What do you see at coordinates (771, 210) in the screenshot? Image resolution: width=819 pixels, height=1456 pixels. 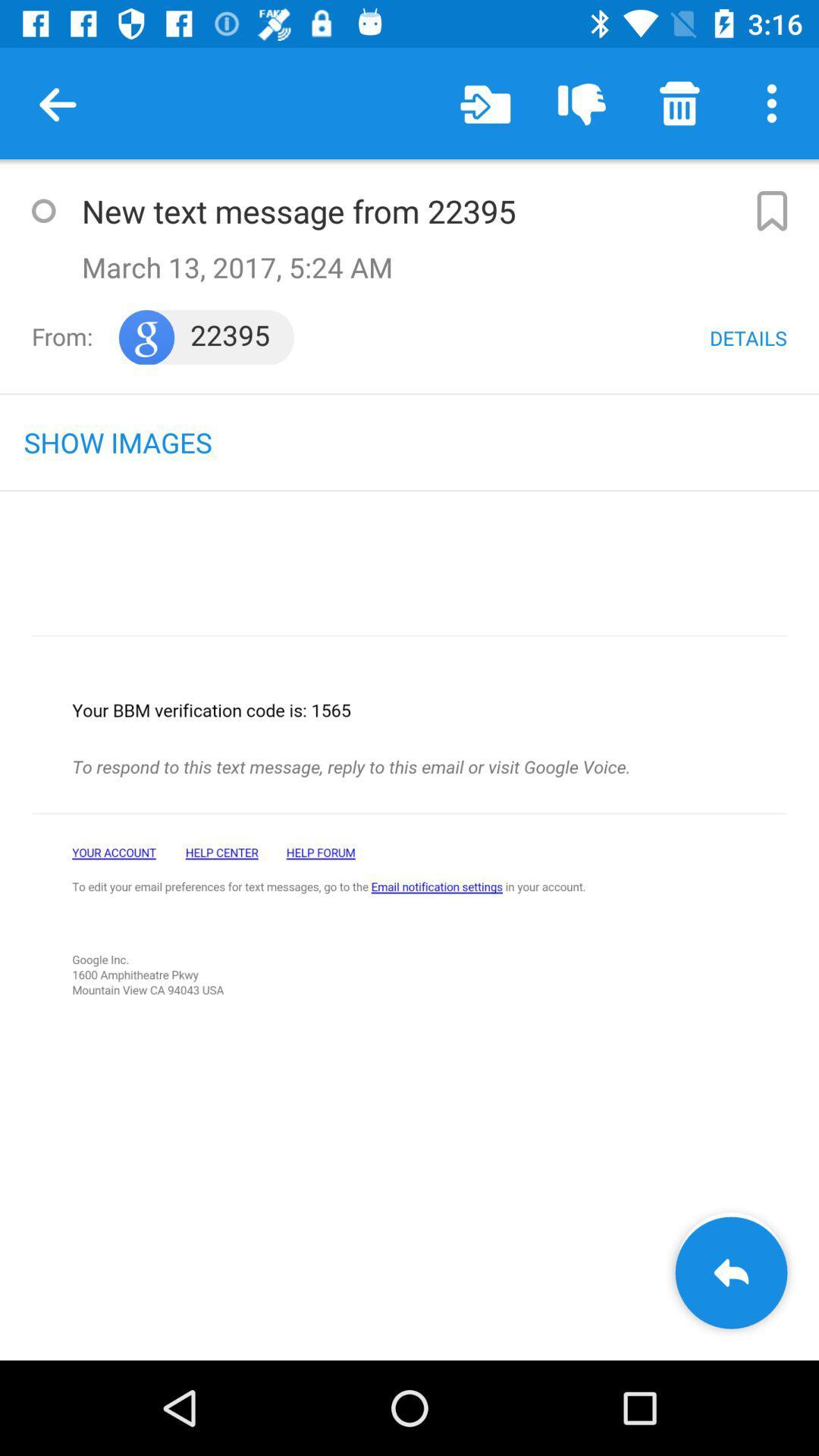 I see `the bookmark icon` at bounding box center [771, 210].